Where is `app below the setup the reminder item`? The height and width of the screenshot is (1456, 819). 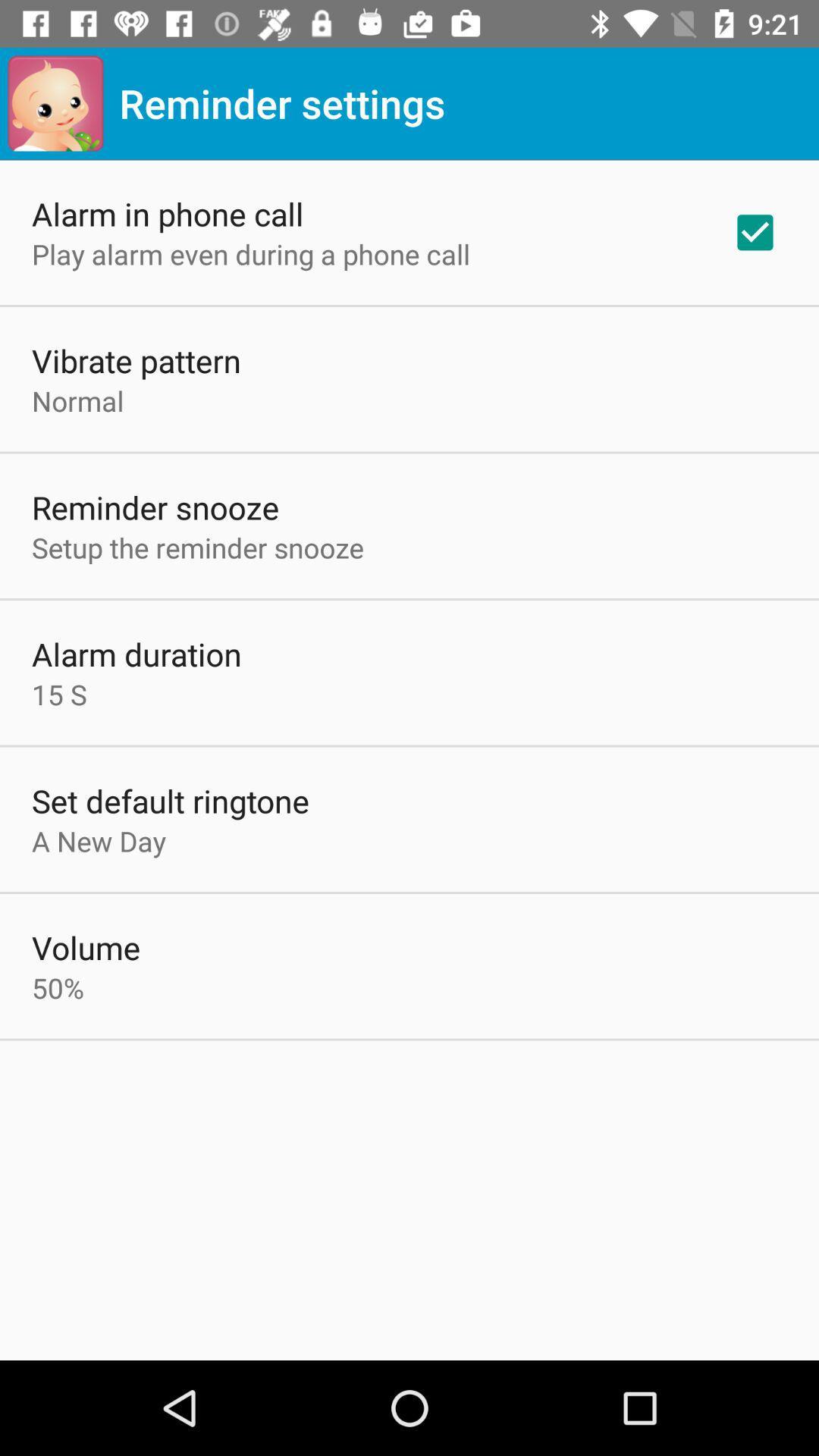
app below the setup the reminder item is located at coordinates (136, 654).